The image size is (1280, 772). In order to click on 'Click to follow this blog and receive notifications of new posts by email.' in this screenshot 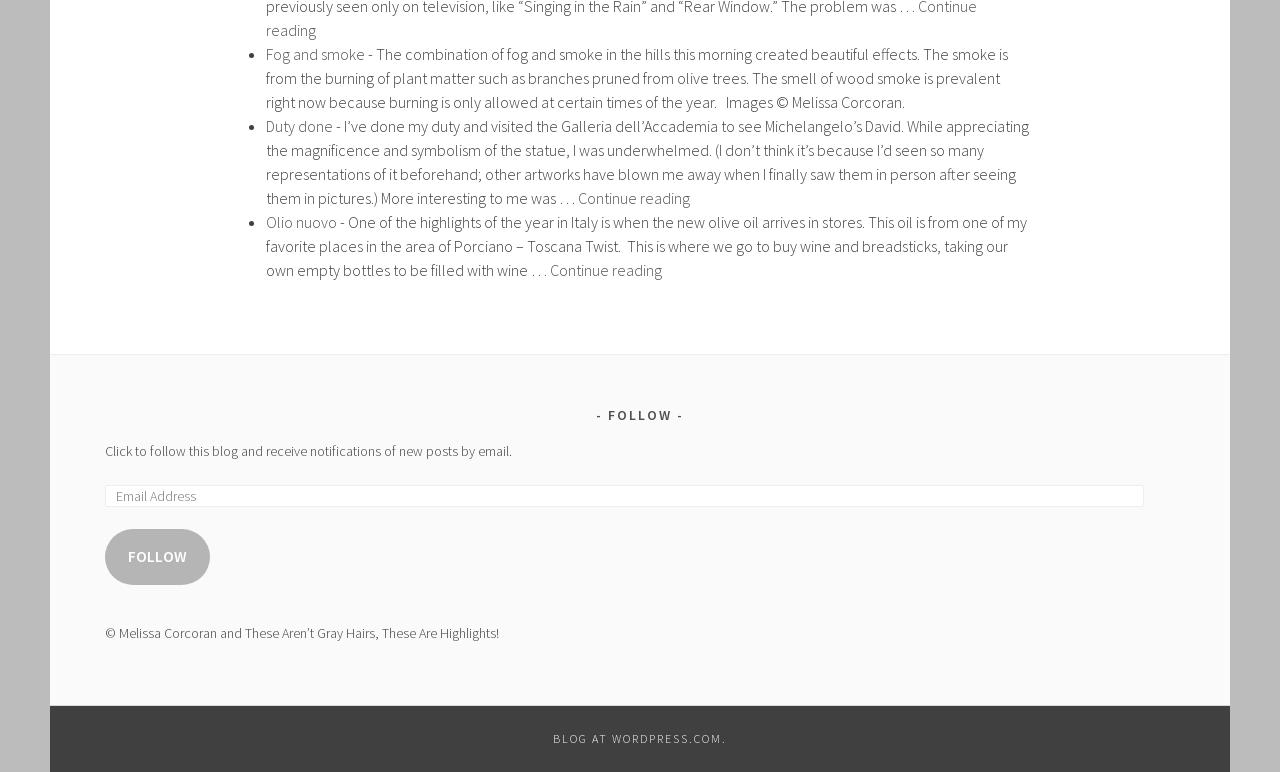, I will do `click(103, 448)`.